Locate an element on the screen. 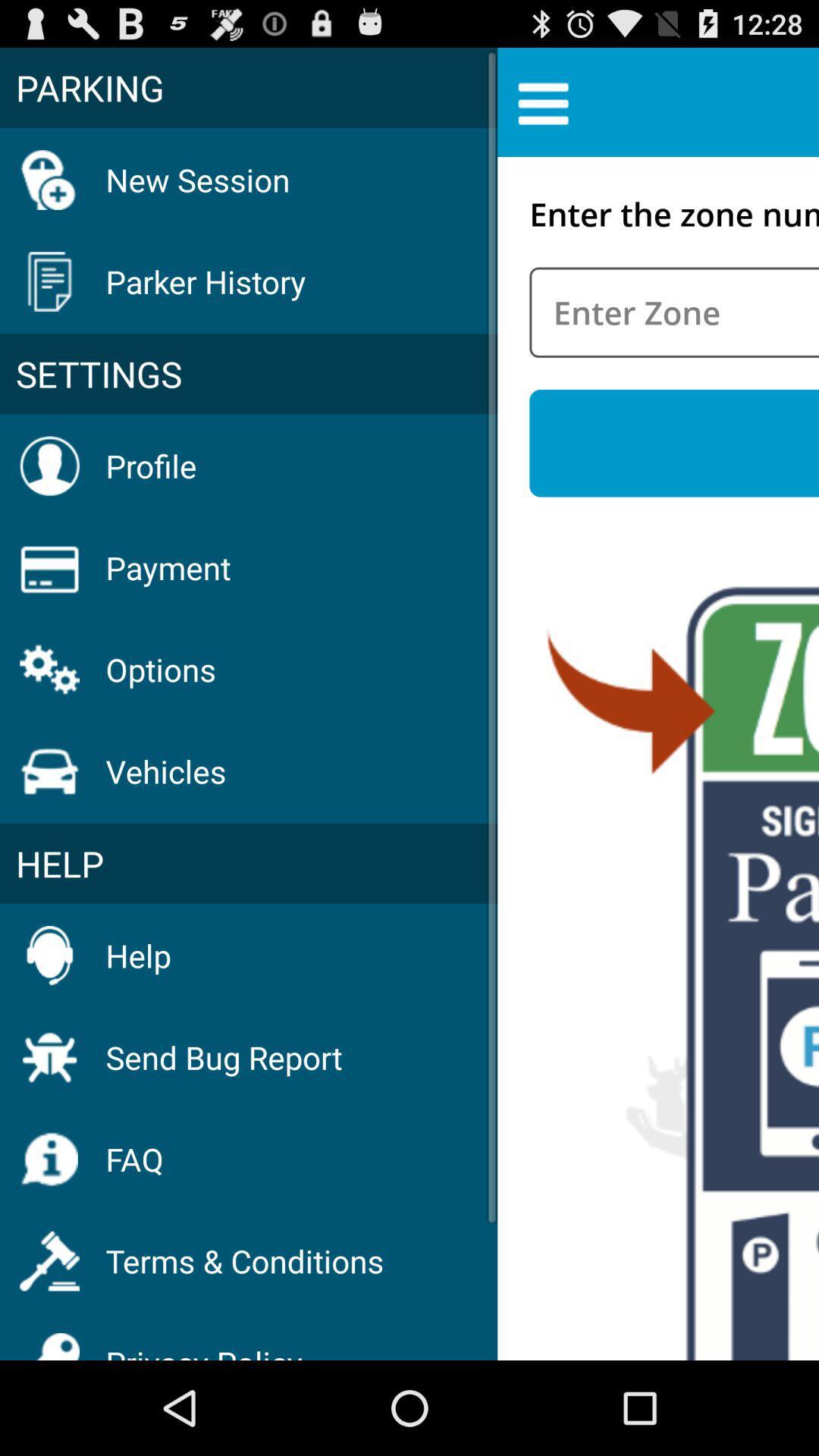 This screenshot has height=1456, width=819. the settings icon is located at coordinates (248, 374).